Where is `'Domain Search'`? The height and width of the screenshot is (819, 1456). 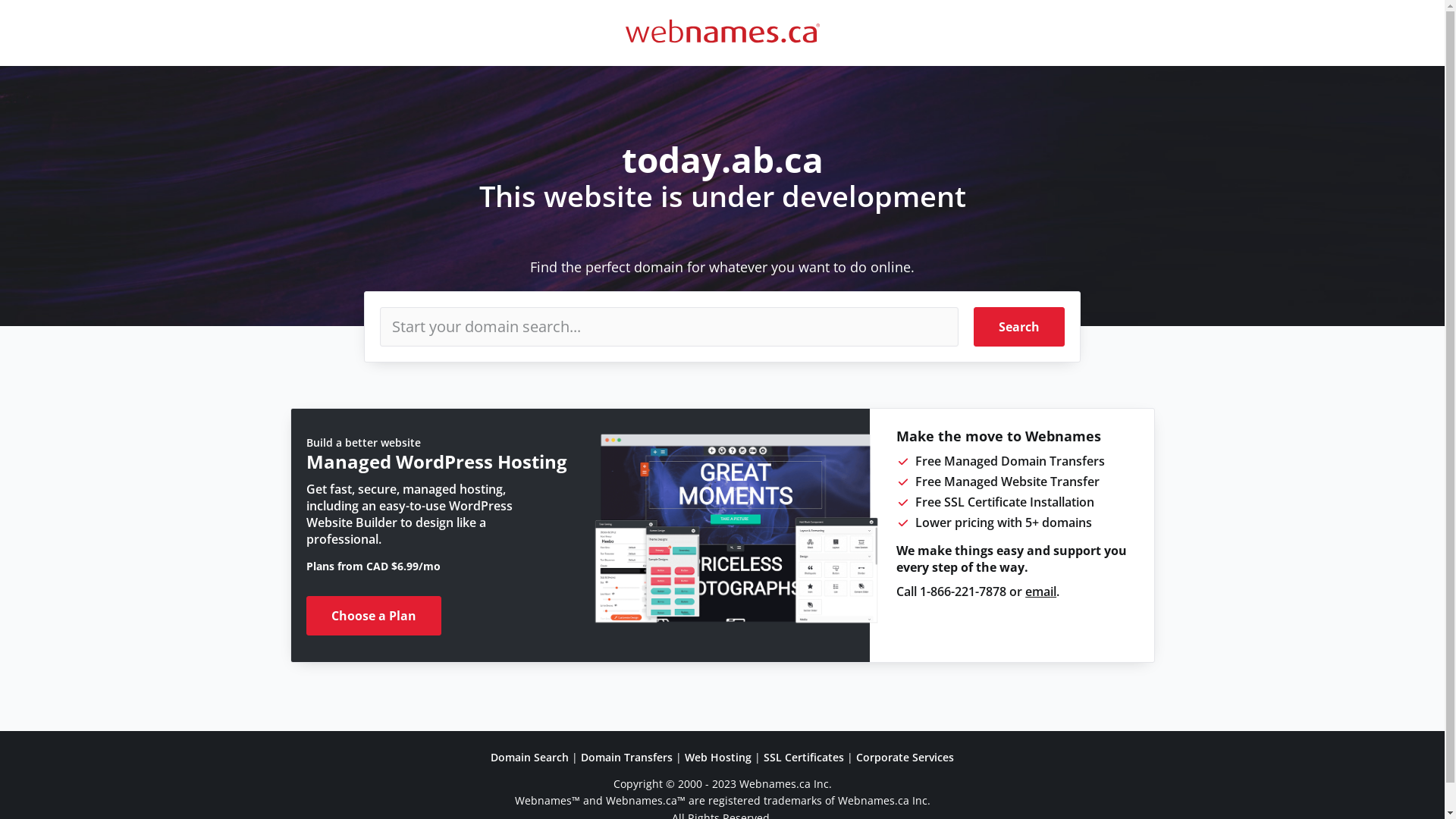 'Domain Search' is located at coordinates (529, 757).